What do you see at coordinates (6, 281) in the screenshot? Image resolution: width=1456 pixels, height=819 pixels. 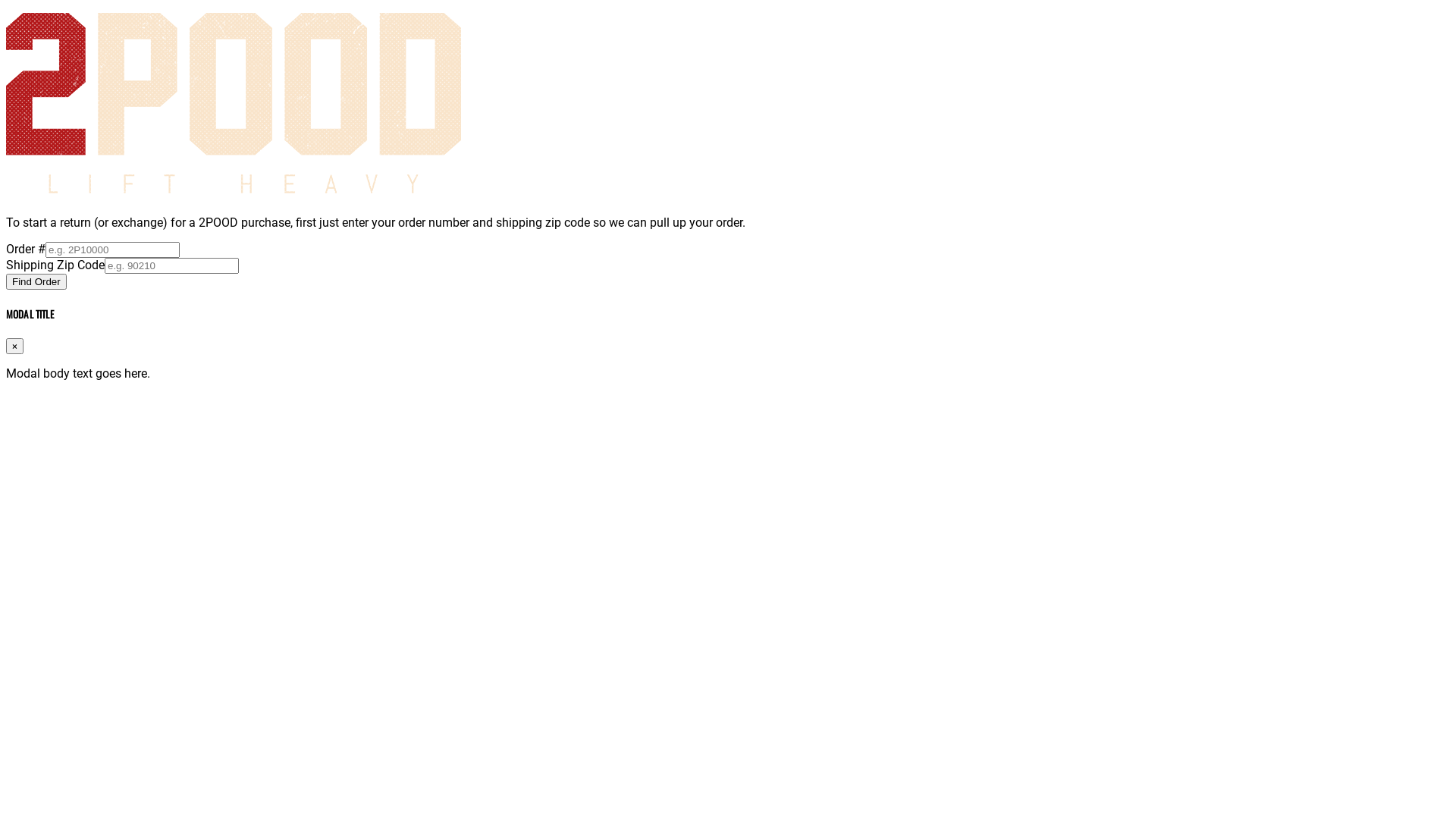 I see `'Find Order'` at bounding box center [6, 281].